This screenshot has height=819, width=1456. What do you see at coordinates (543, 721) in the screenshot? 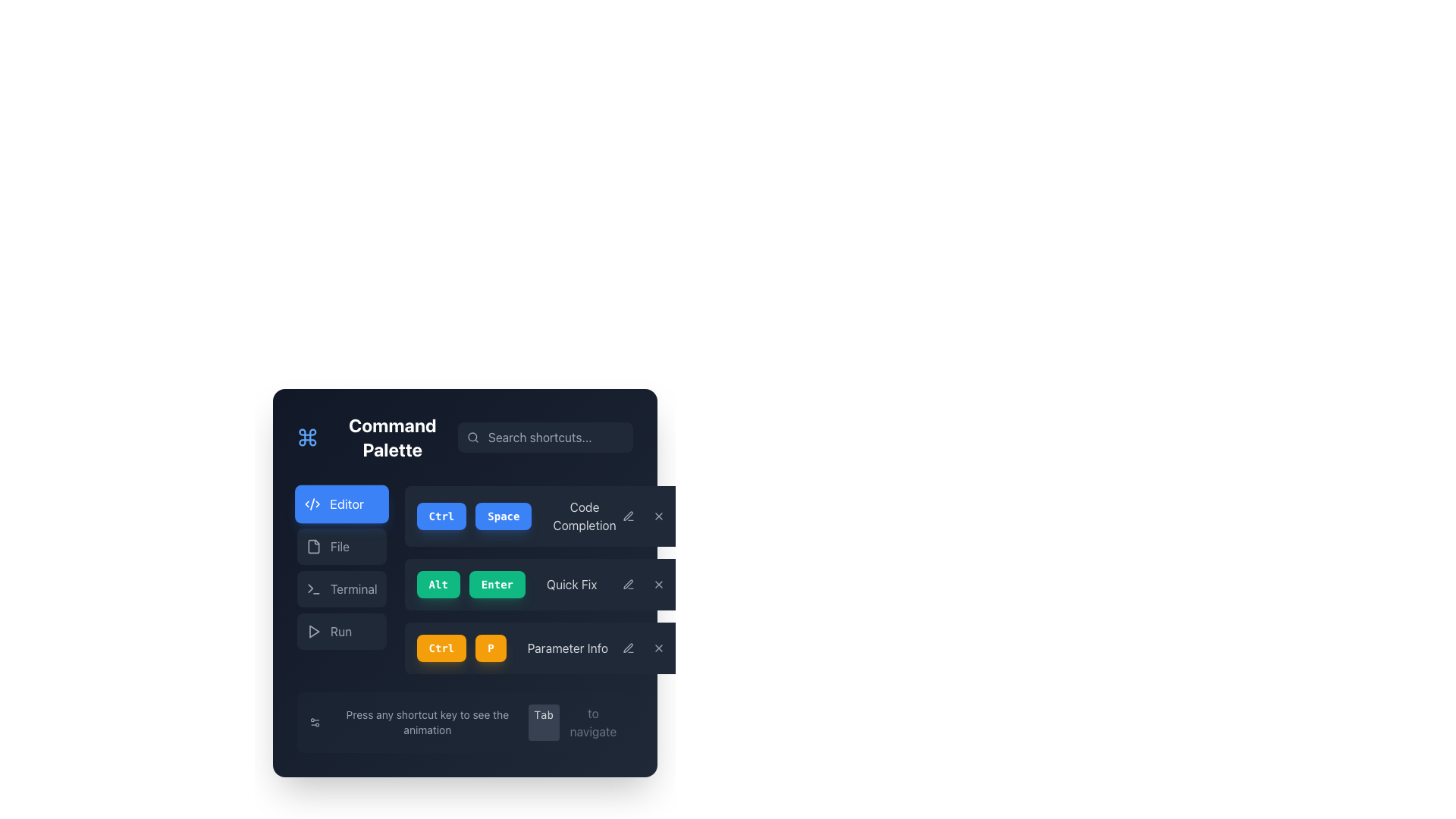
I see `the text label styled as a button that displays the word 'Tab' to interpret it as a keyboard key reference` at bounding box center [543, 721].